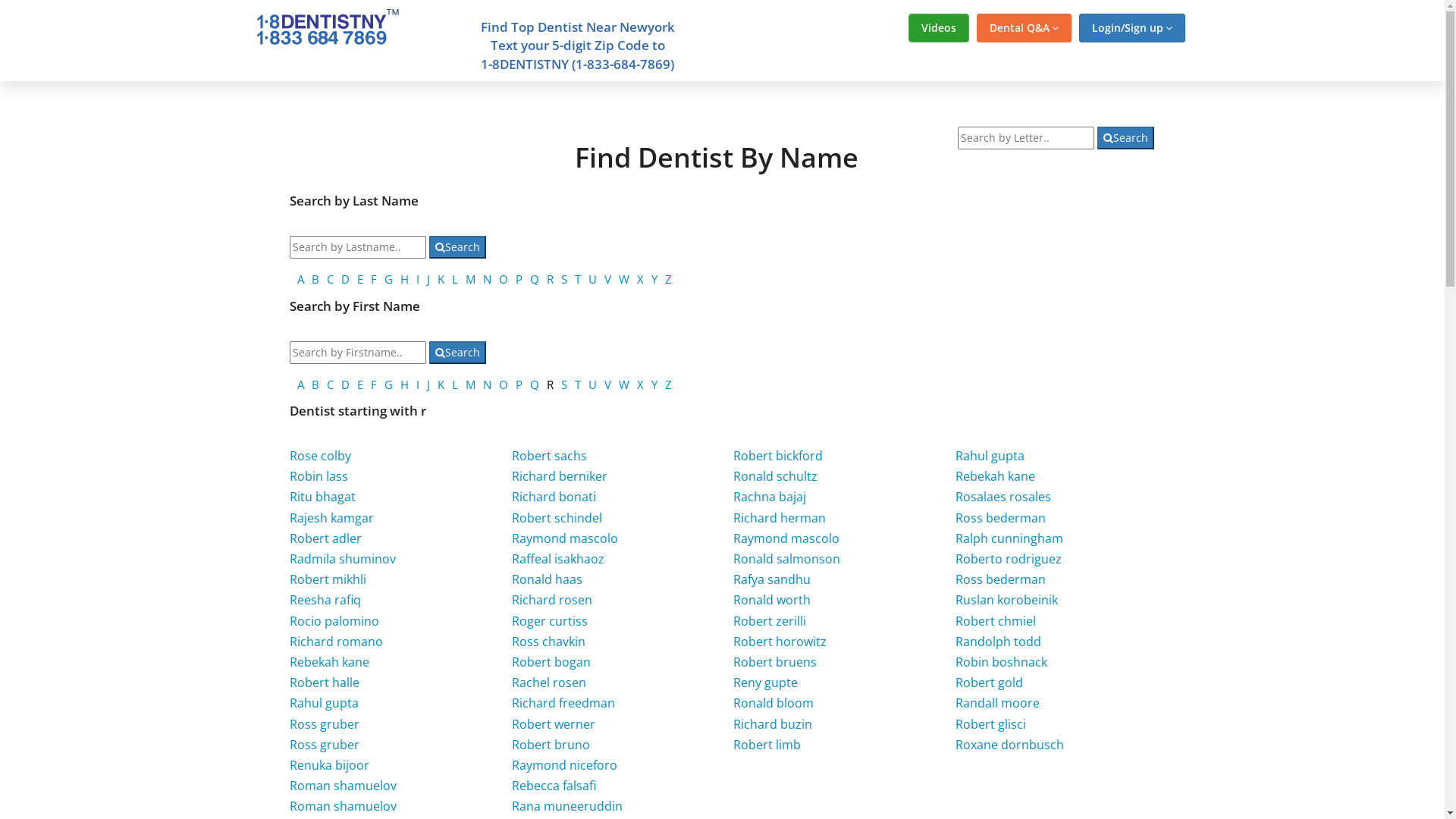 The height and width of the screenshot is (819, 1456). Describe the element at coordinates (780, 641) in the screenshot. I see `'Robert horowitz'` at that location.